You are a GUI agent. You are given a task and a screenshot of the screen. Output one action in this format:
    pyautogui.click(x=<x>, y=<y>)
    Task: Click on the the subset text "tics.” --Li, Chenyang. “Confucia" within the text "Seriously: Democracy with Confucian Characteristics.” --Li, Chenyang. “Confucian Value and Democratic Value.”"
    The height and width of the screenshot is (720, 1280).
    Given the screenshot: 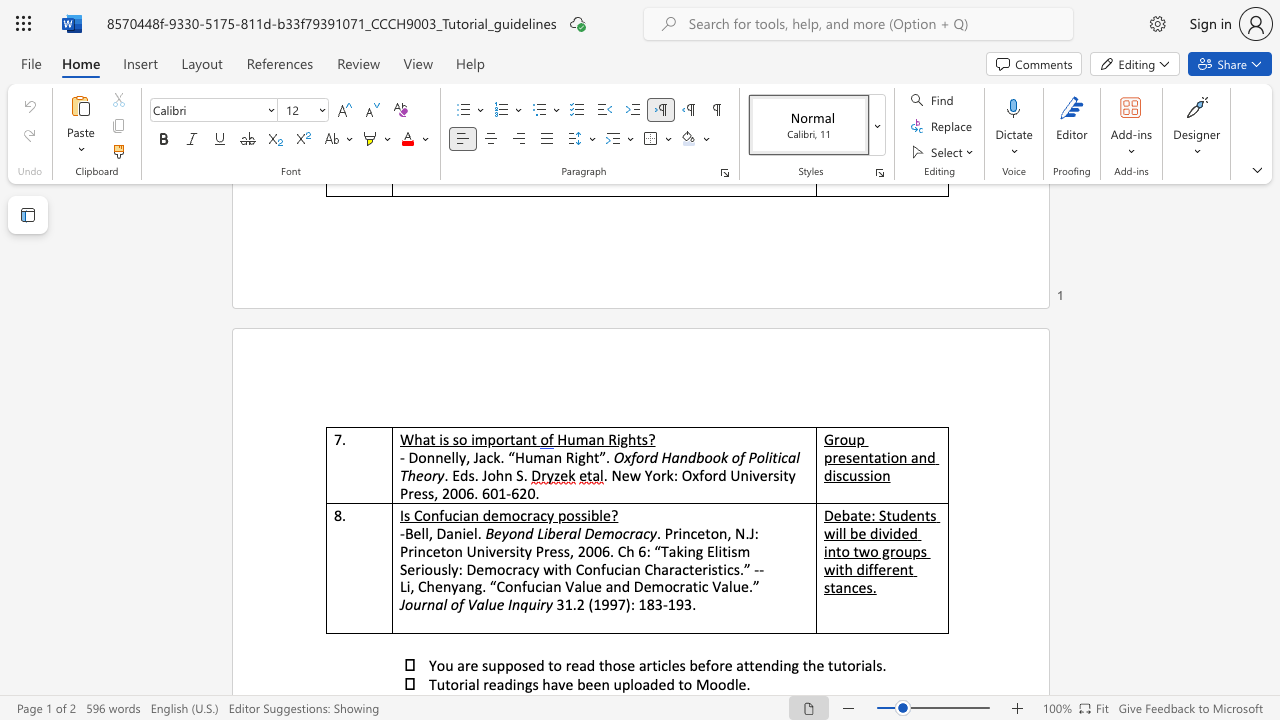 What is the action you would take?
    pyautogui.click(x=717, y=569)
    